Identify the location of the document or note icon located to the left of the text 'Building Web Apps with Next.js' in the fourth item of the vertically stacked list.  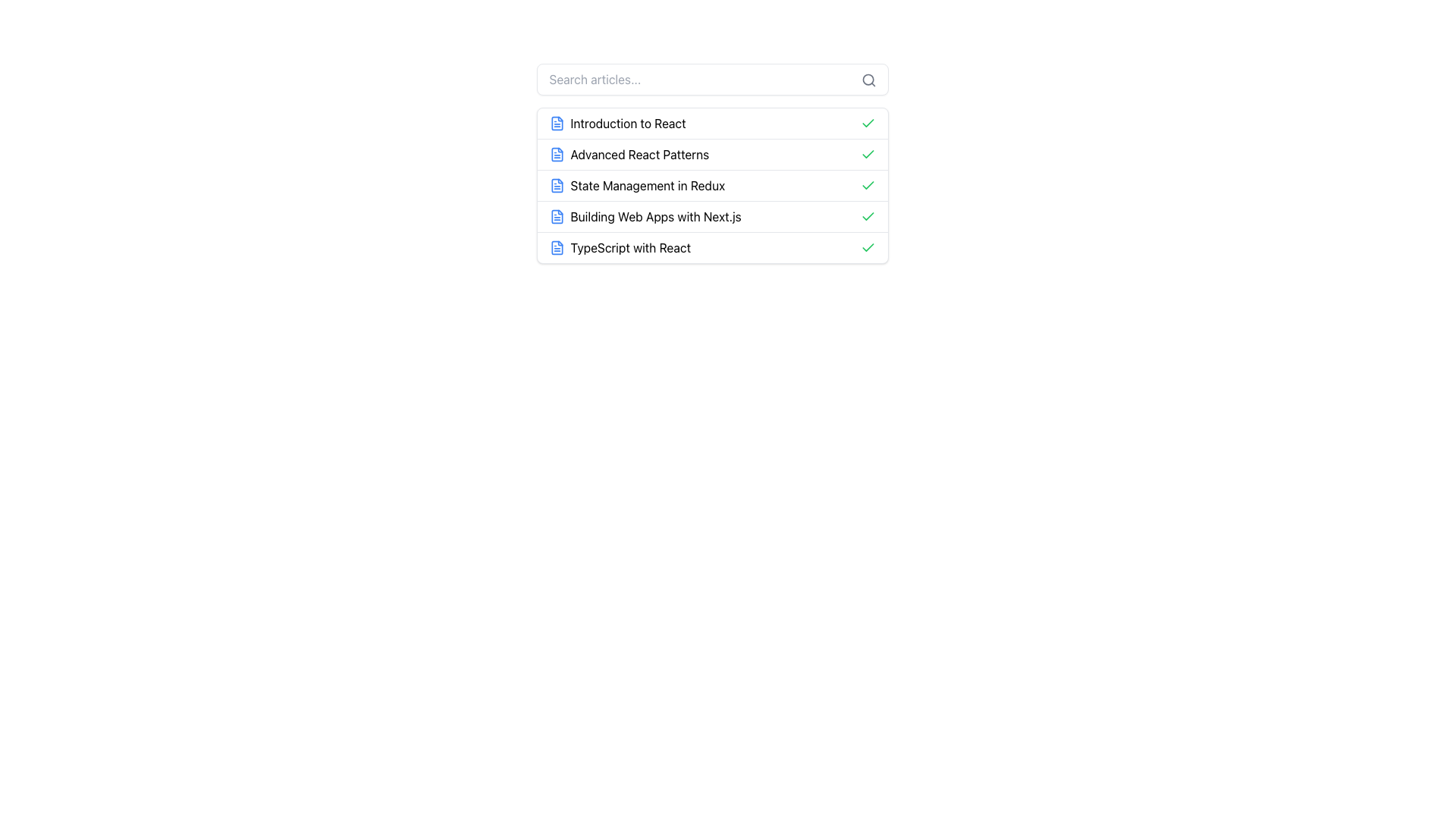
(556, 216).